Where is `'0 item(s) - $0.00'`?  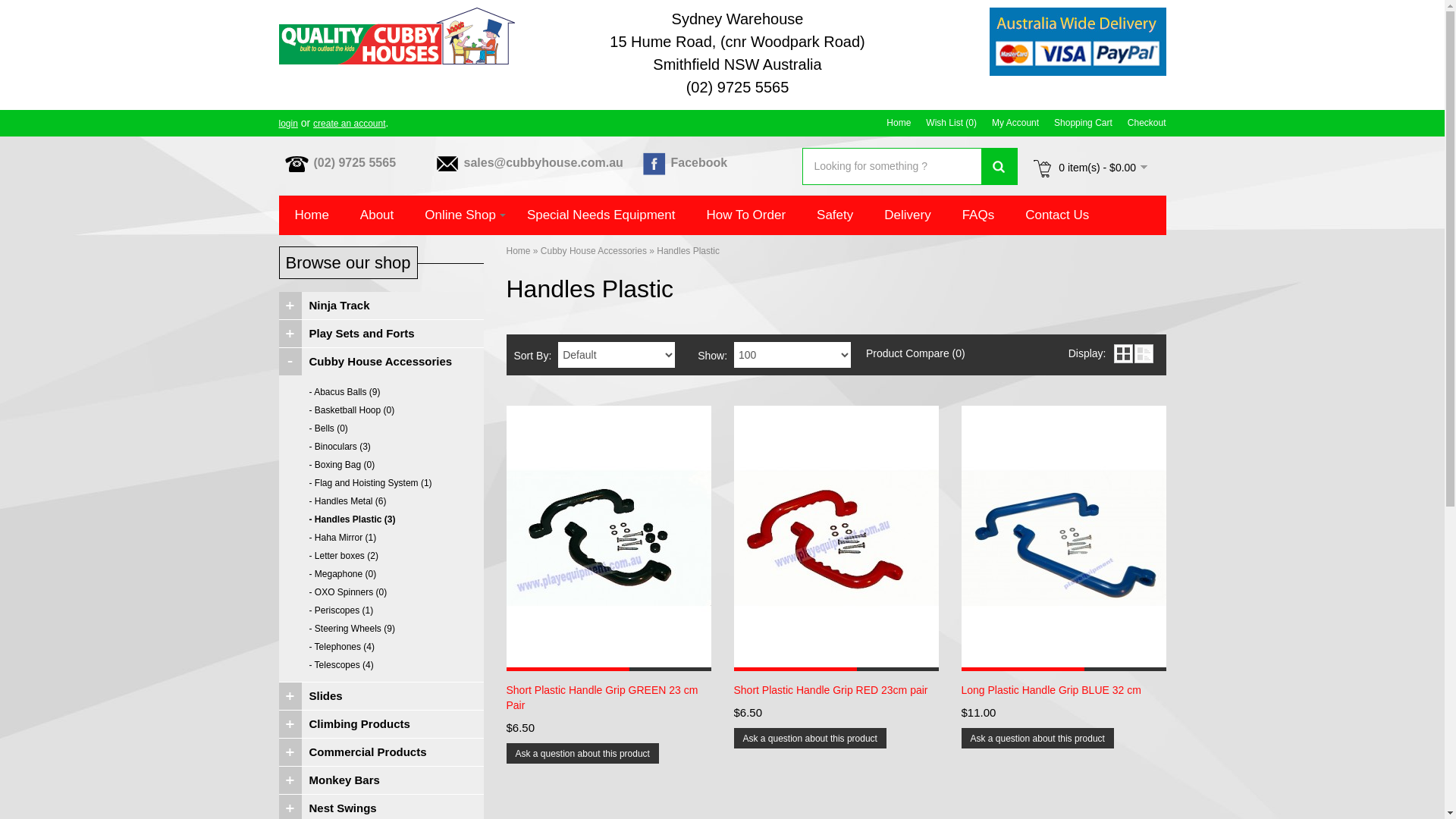 '0 item(s) - $0.00' is located at coordinates (1090, 167).